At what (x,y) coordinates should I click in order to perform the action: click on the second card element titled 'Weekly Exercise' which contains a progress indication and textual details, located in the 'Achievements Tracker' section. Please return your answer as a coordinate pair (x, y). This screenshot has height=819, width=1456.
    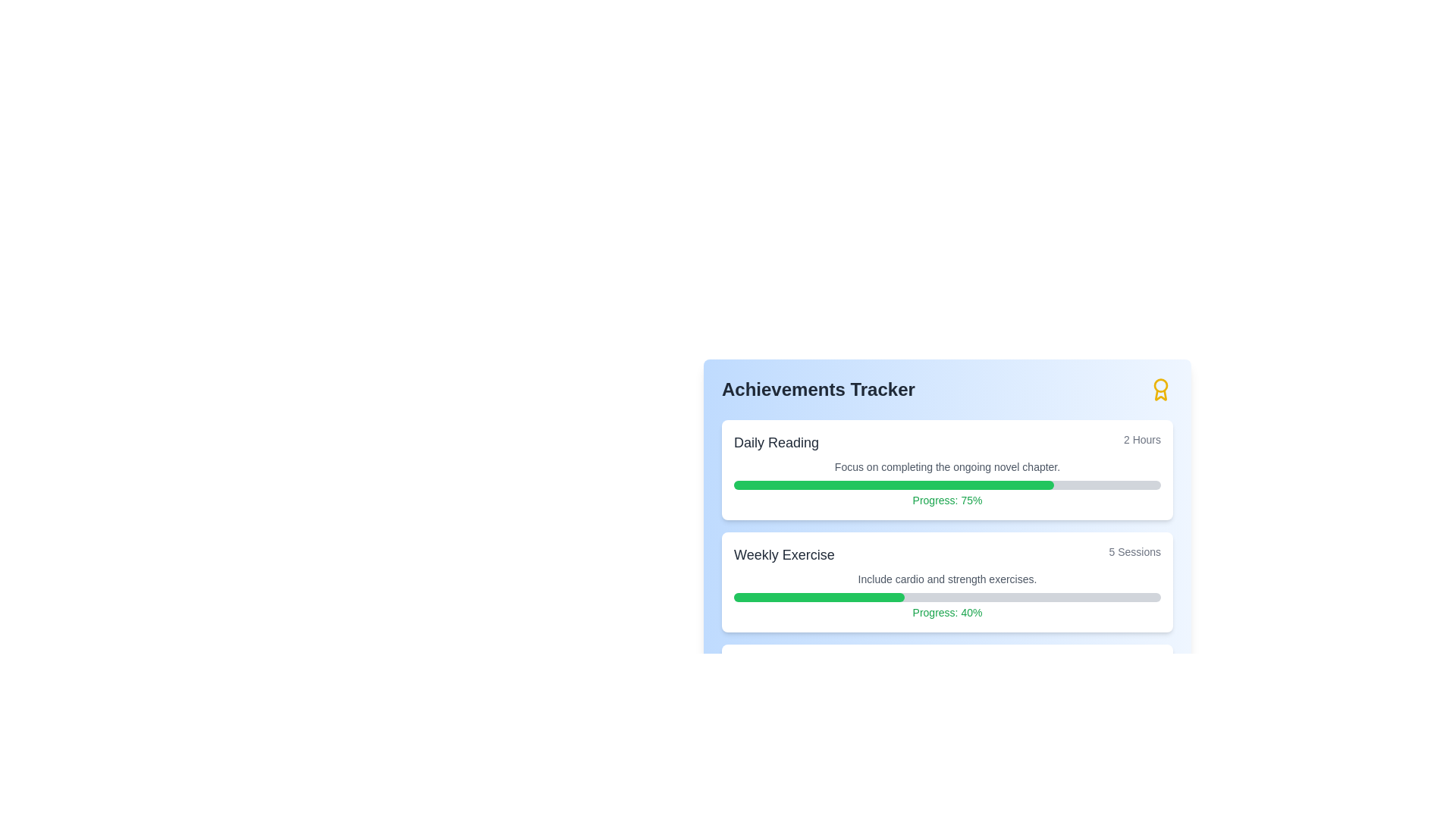
    Looking at the image, I should click on (946, 581).